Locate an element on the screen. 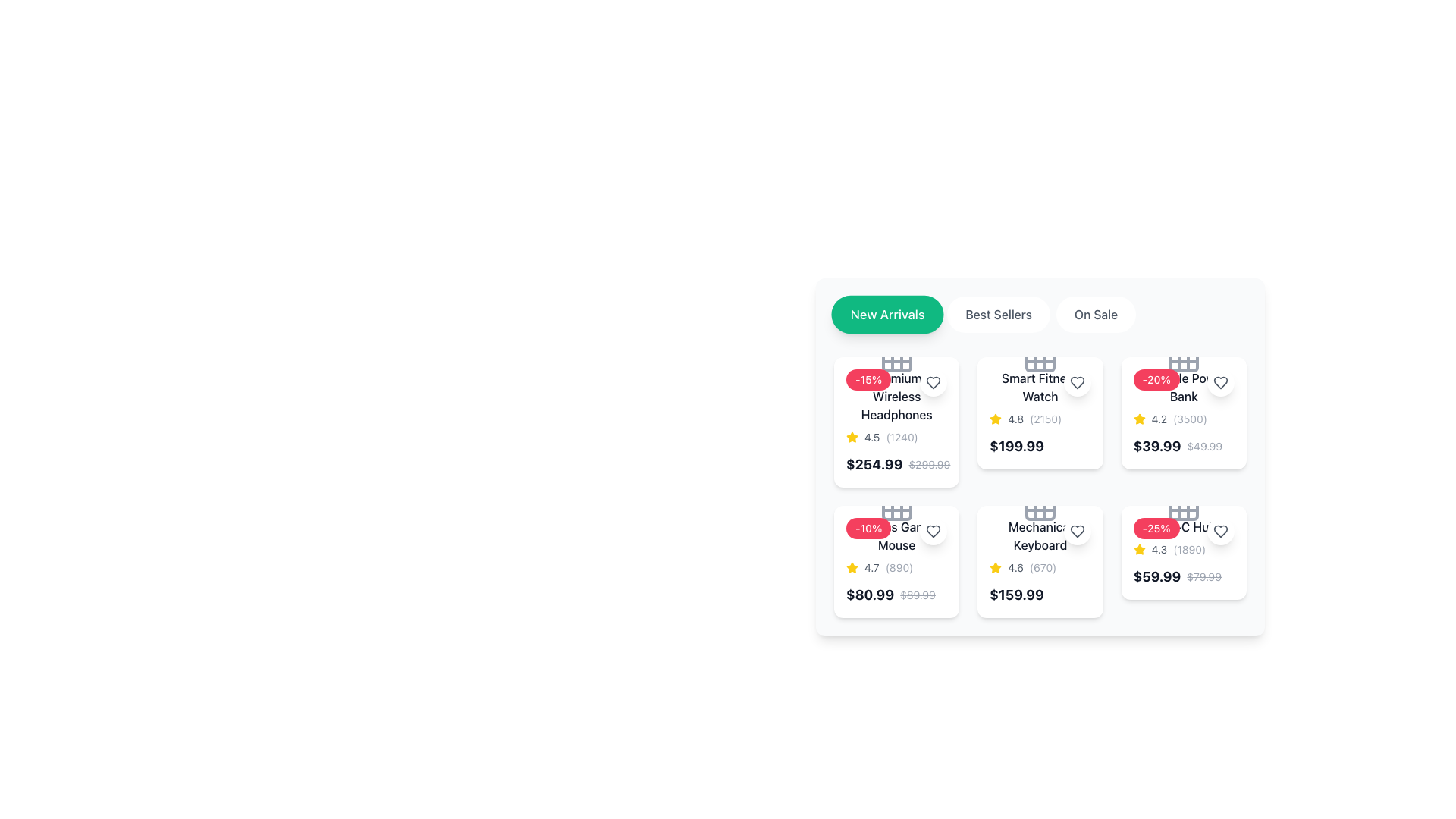 The image size is (1456, 819). price and discount information displayed for the item 'Wireless Gar Mouse', which is located in the second card of the second row of the grid layout, beneath its name and rating is located at coordinates (891, 595).